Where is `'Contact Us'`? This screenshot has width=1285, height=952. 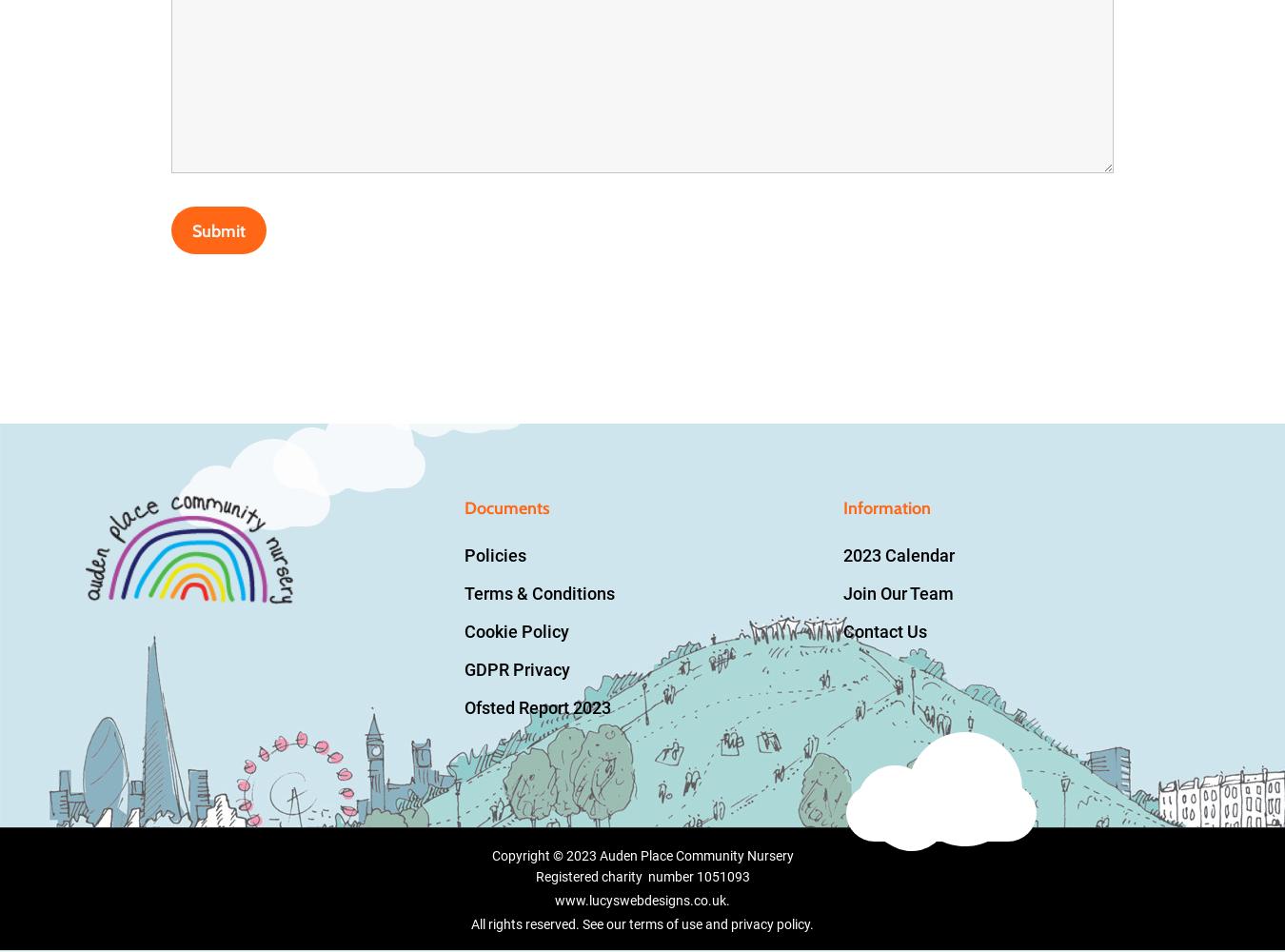
'Contact Us' is located at coordinates (842, 631).